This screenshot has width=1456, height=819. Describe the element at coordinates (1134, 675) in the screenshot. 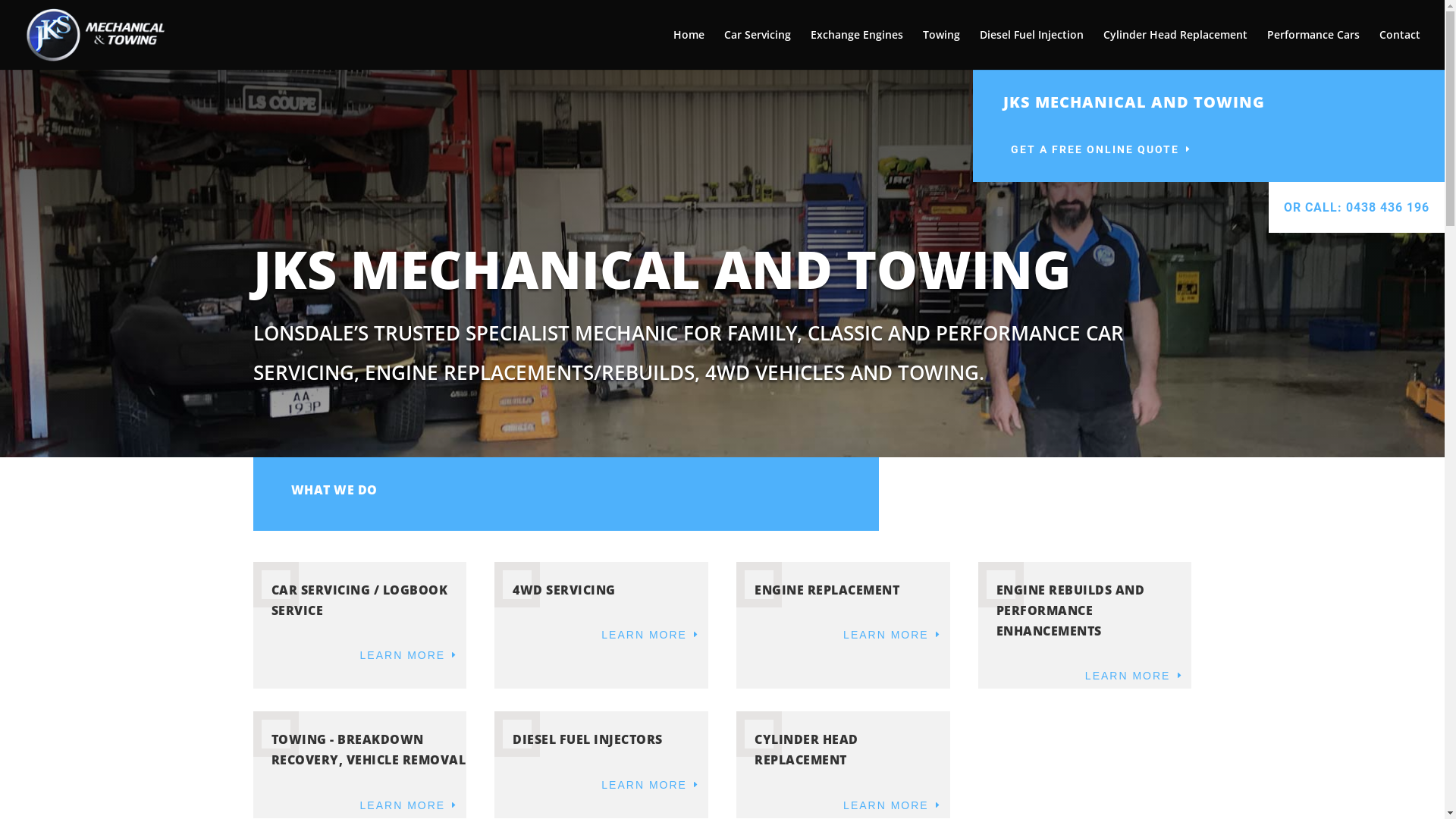

I see `'LEARN MORE'` at that location.